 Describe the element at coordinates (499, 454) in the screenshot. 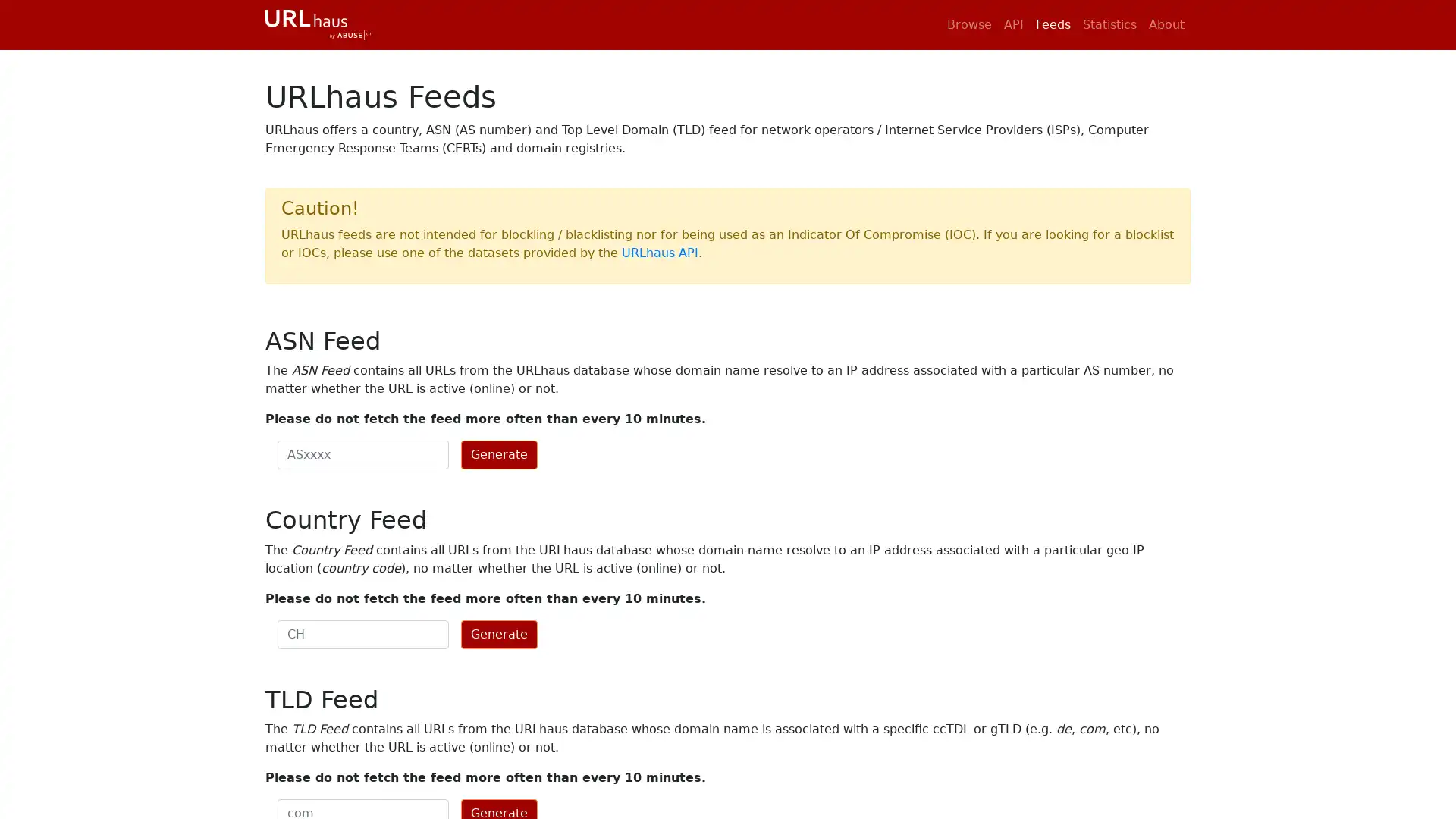

I see `Generate` at that location.